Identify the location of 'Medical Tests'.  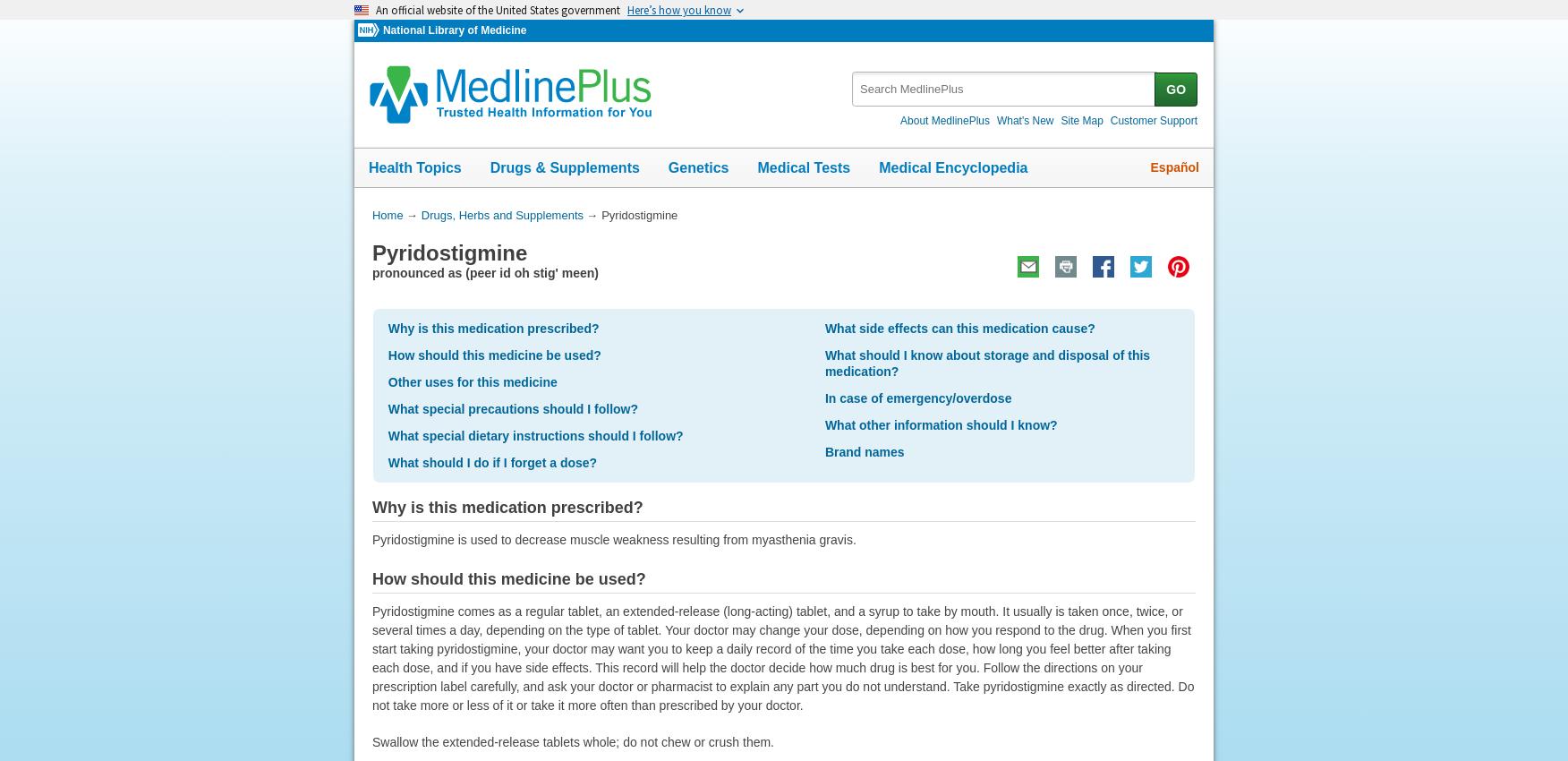
(804, 166).